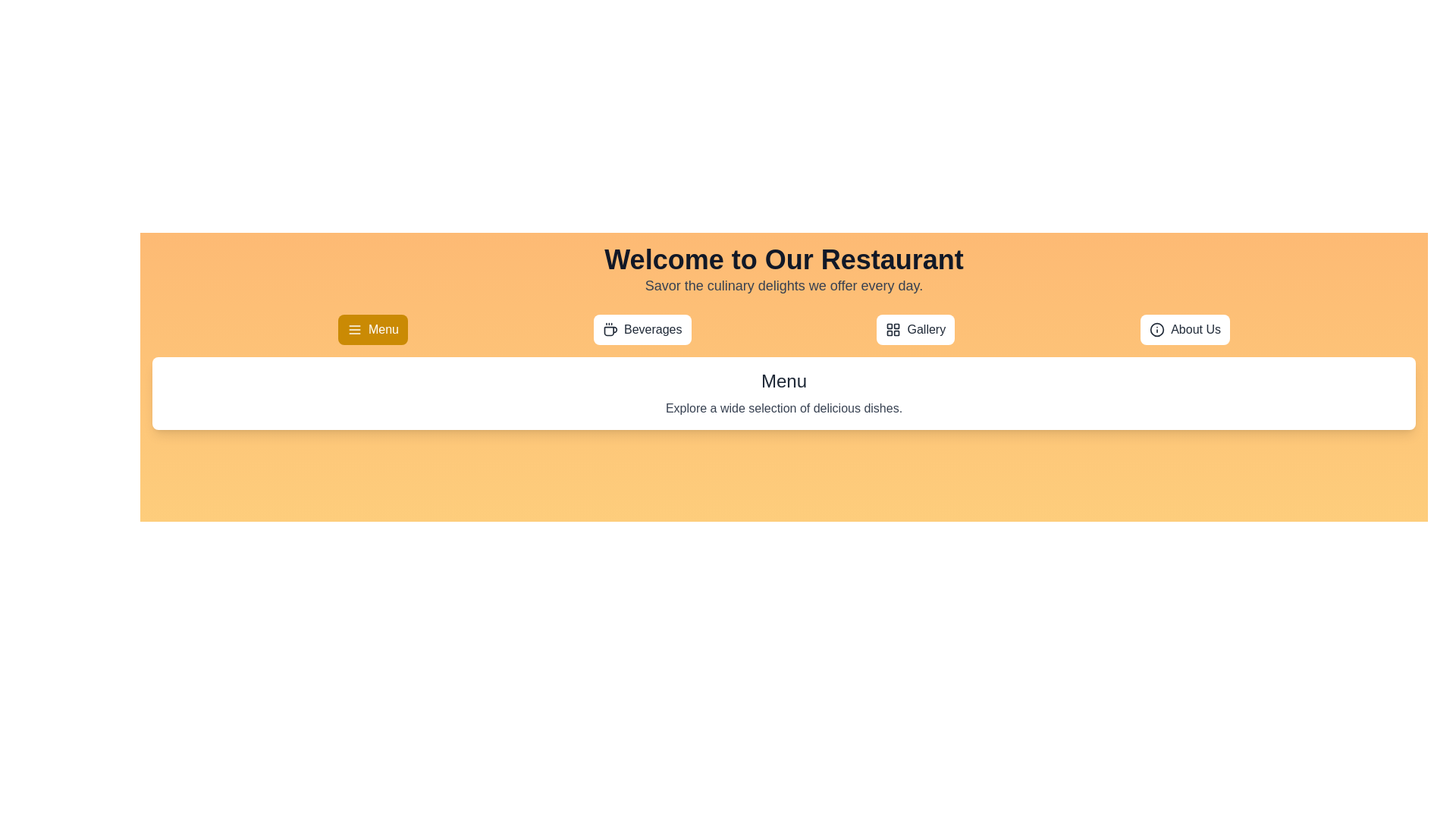 The width and height of the screenshot is (1456, 819). I want to click on the tab labeled Beverages to observe its hover effect, so click(642, 329).